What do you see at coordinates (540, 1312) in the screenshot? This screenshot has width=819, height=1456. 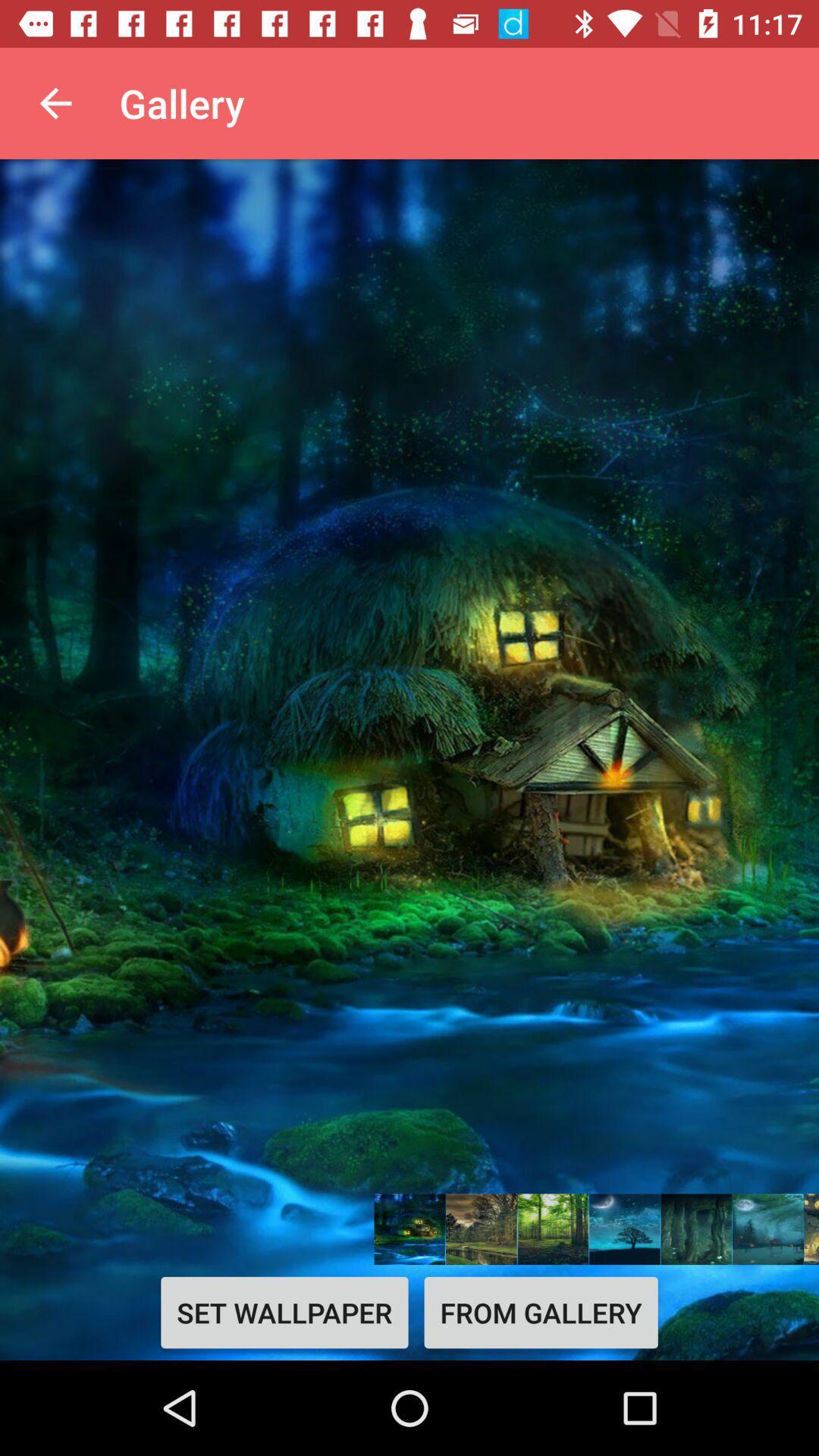 I see `the icon next to the set wallpaper icon` at bounding box center [540, 1312].